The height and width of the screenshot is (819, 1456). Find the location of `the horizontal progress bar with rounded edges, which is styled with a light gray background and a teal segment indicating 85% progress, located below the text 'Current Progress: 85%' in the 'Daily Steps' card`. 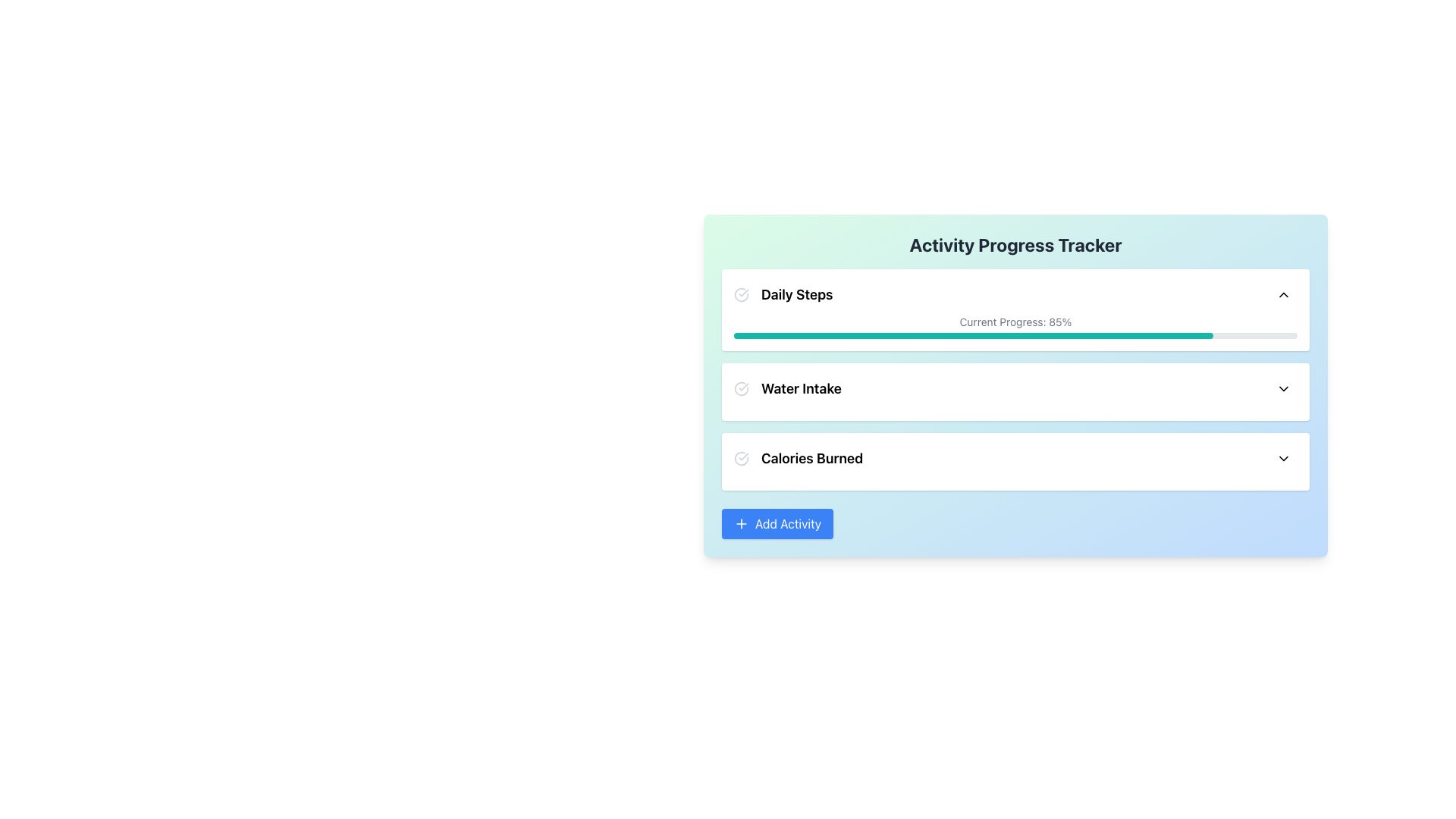

the horizontal progress bar with rounded edges, which is styled with a light gray background and a teal segment indicating 85% progress, located below the text 'Current Progress: 85%' in the 'Daily Steps' card is located at coordinates (1015, 335).